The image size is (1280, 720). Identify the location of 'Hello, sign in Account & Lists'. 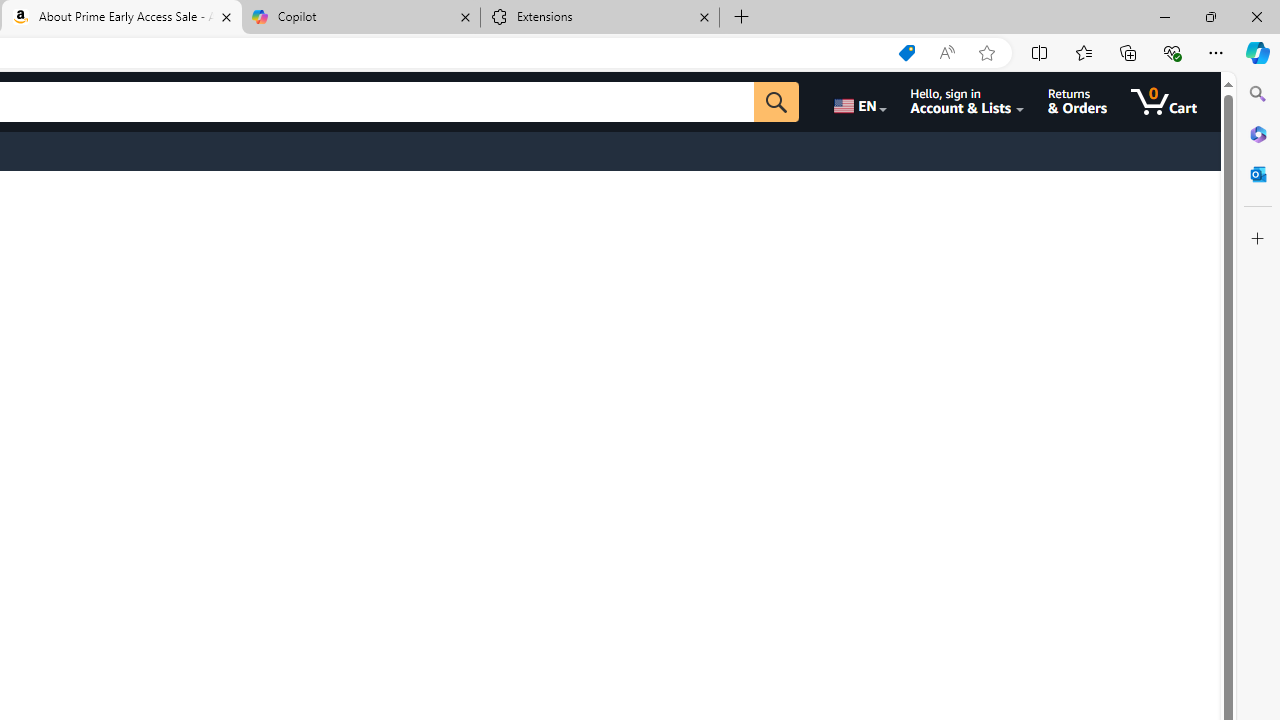
(967, 101).